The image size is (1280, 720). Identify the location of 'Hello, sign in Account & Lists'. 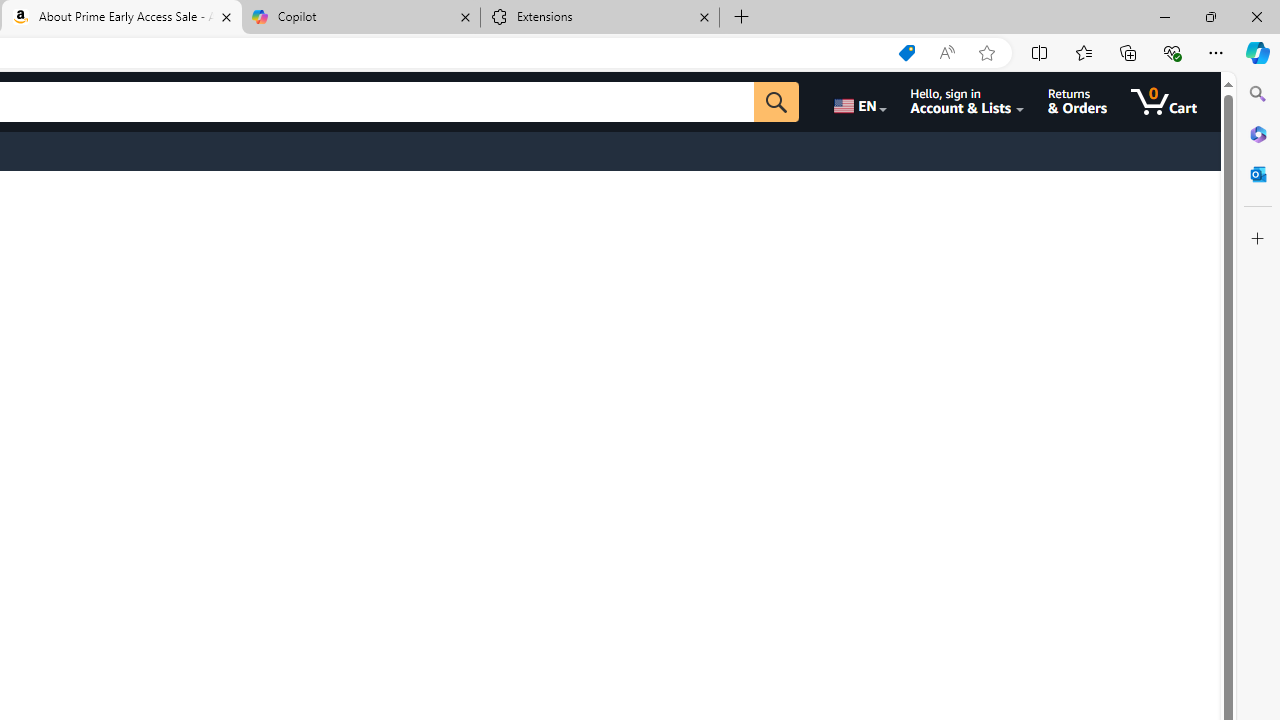
(967, 101).